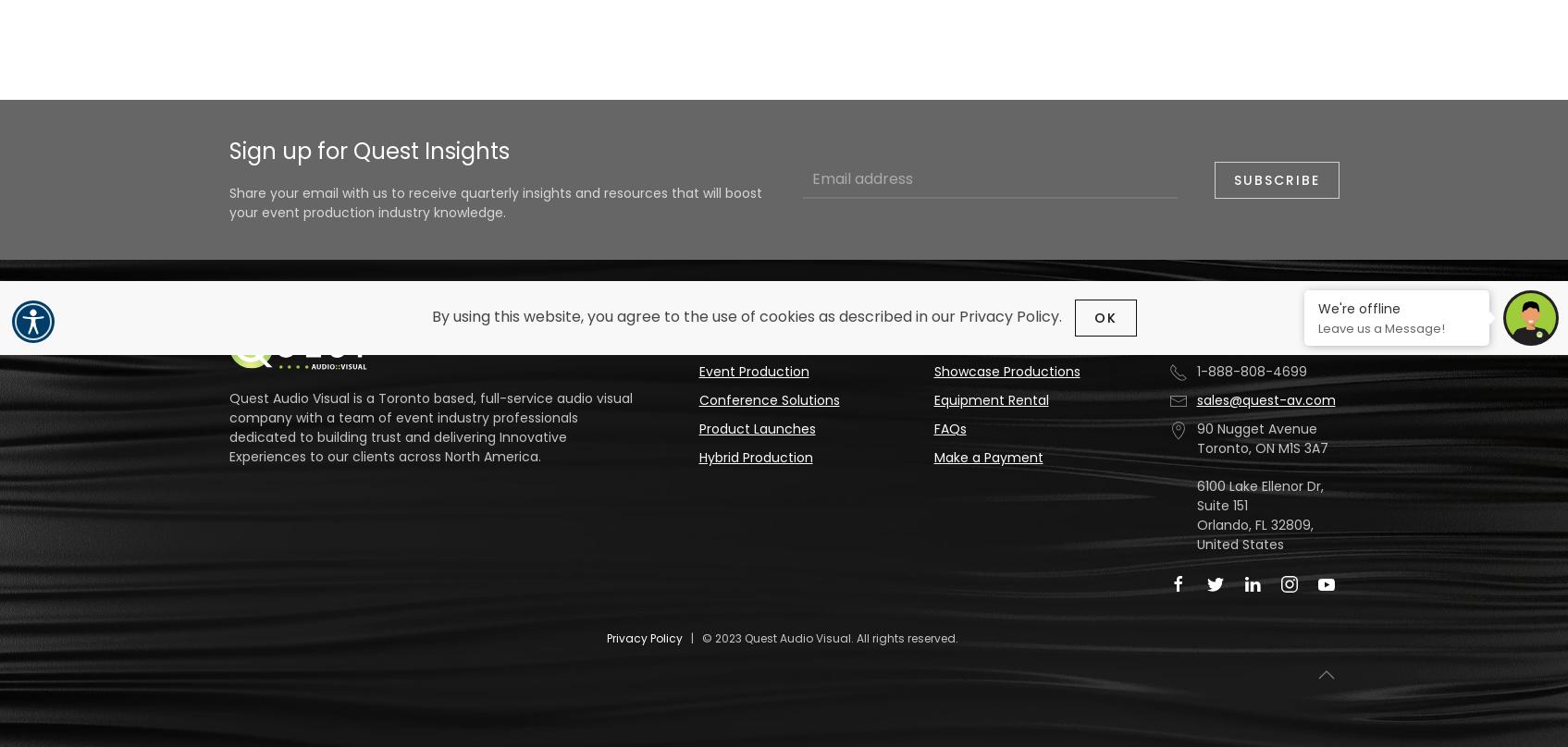  Describe the element at coordinates (428, 427) in the screenshot. I see `'Quest Audio Visual is a Toronto based, full-service audio visual company with a team of event industry professionals dedicated to building trust and delivering Innovative Experiences to our clients across North America.'` at that location.